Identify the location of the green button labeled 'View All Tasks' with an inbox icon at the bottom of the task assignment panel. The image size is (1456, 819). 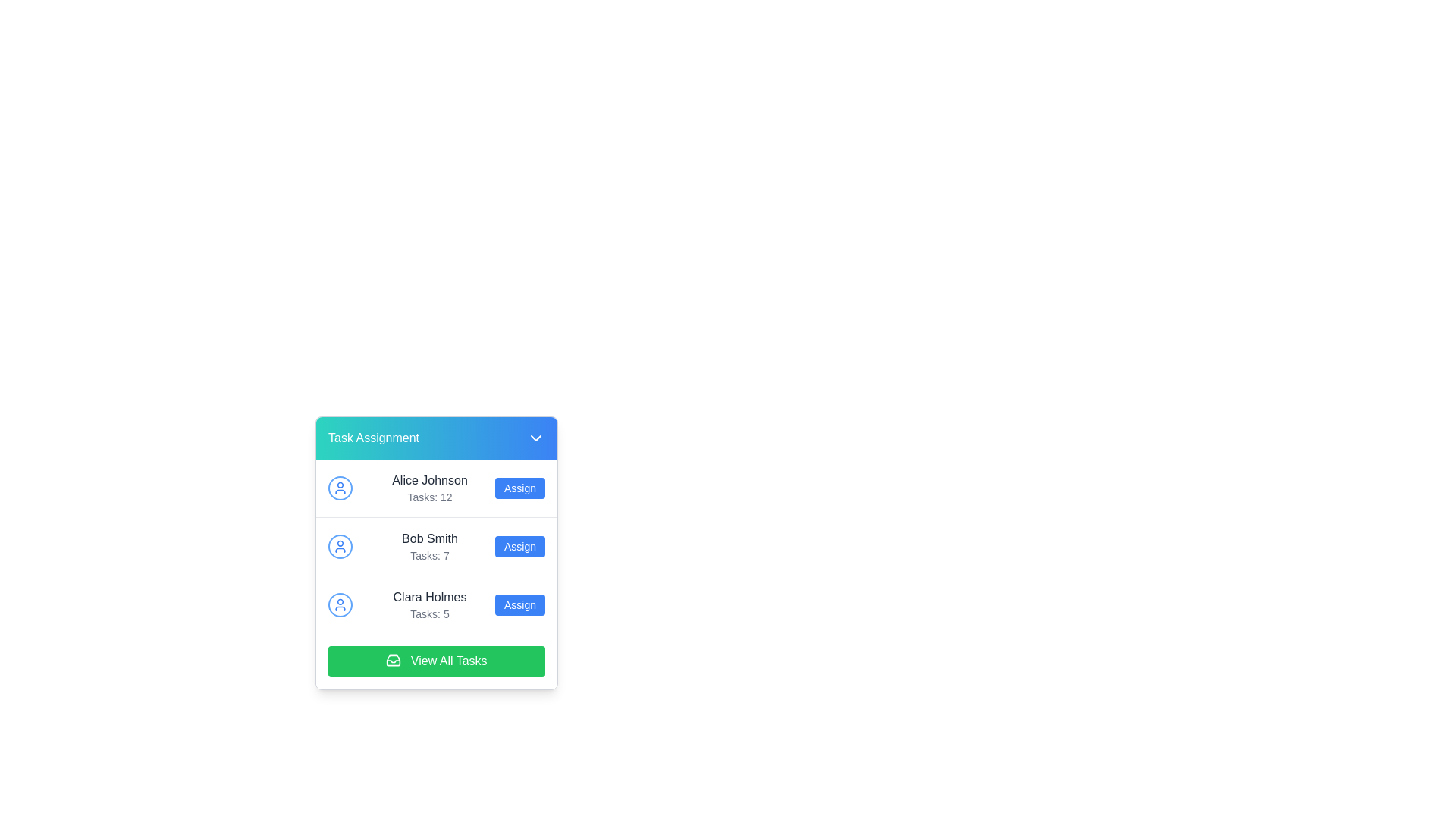
(436, 660).